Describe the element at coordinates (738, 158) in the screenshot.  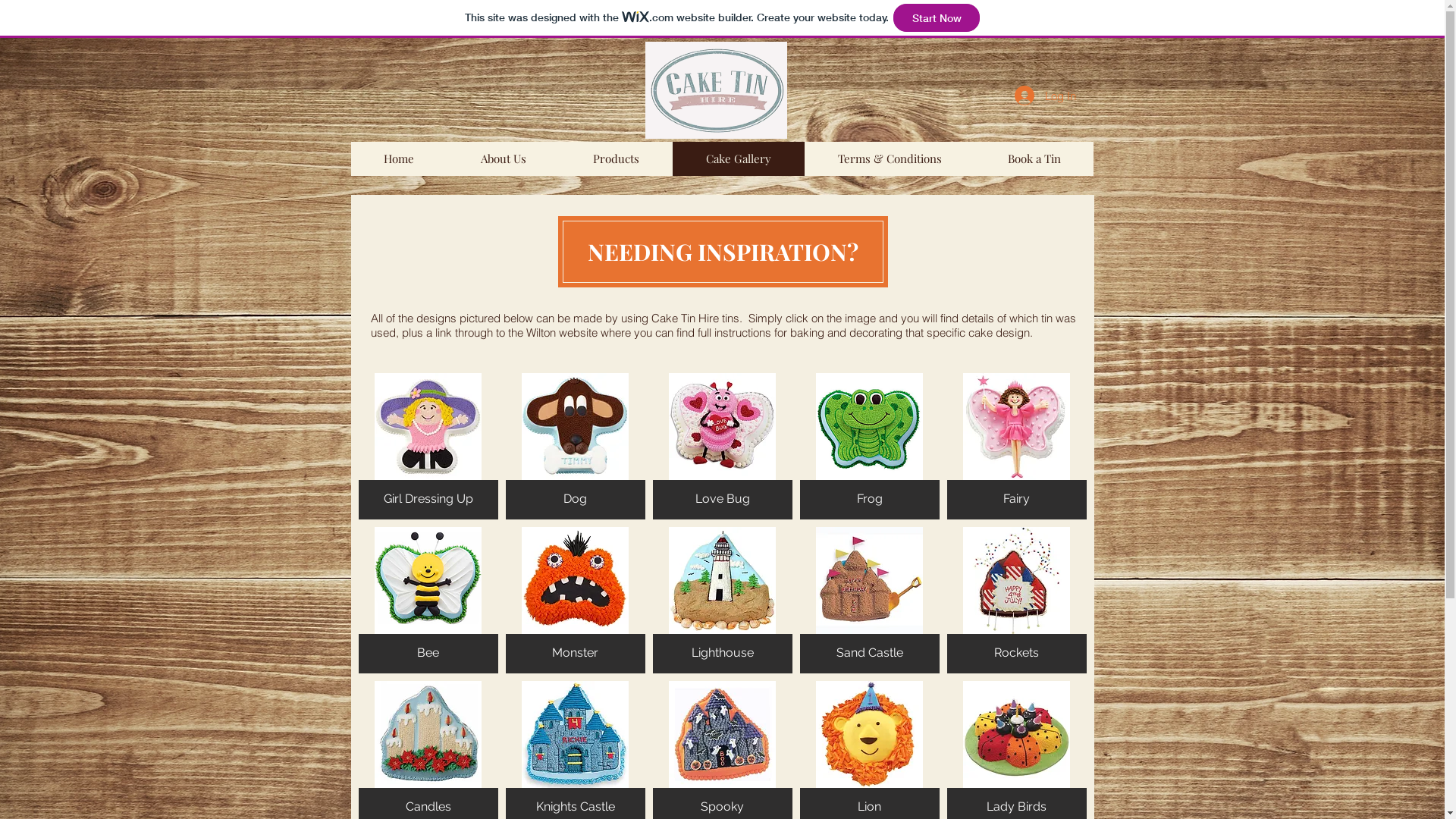
I see `'Cake Gallery'` at that location.